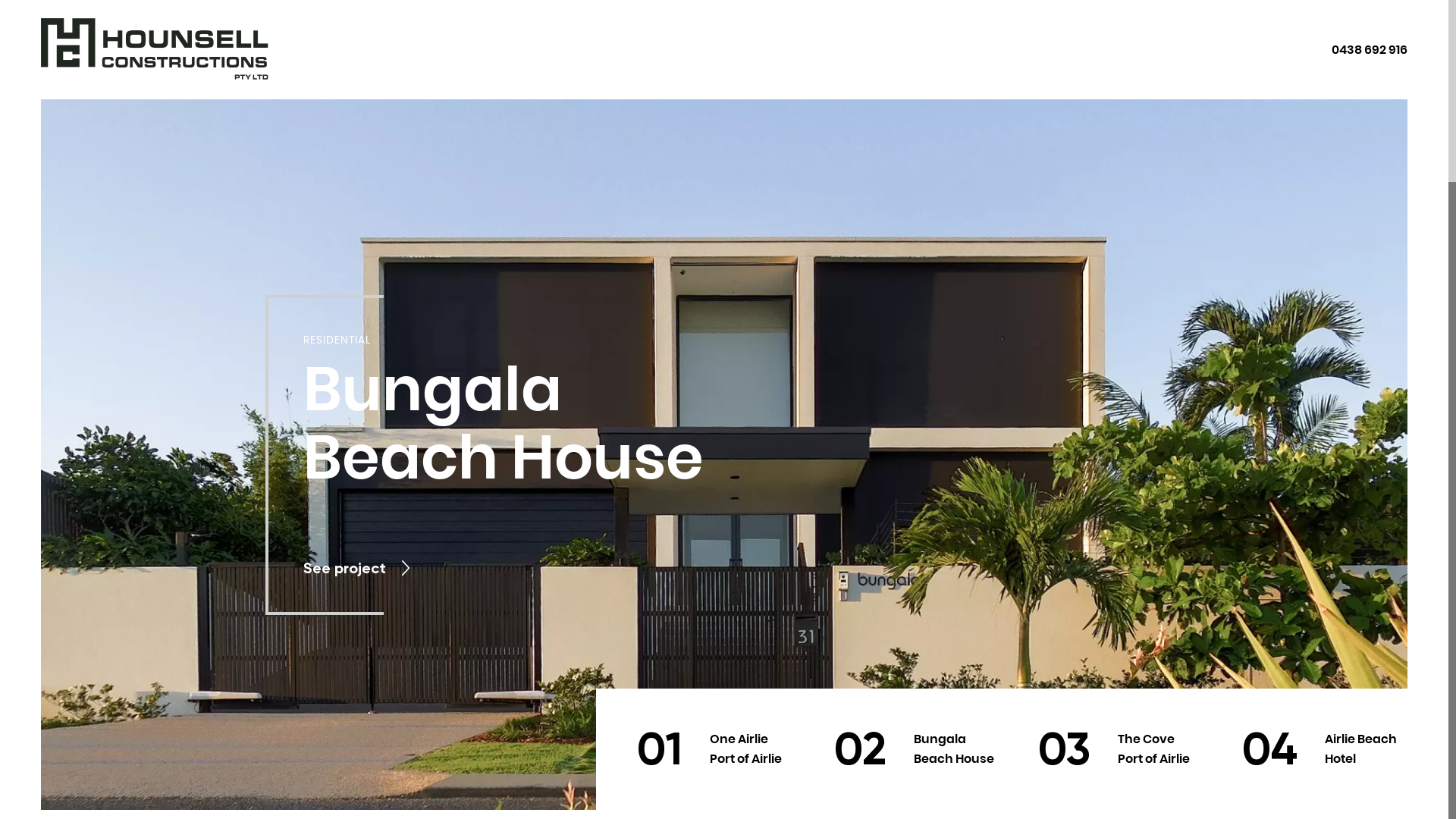 This screenshot has height=819, width=1456. Describe the element at coordinates (1369, 49) in the screenshot. I see `'0438 692 916'` at that location.